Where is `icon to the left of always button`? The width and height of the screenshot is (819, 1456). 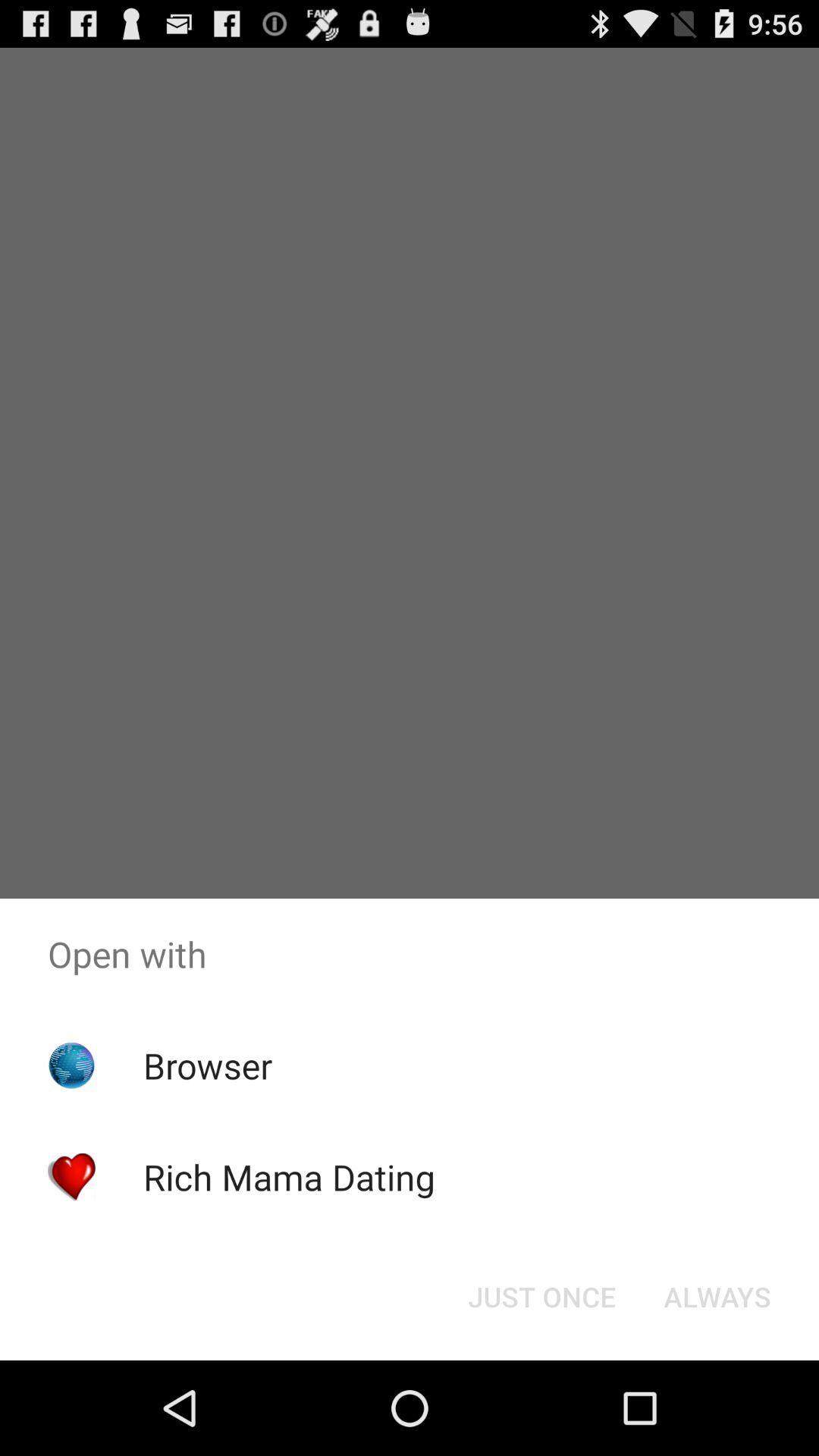
icon to the left of always button is located at coordinates (541, 1295).